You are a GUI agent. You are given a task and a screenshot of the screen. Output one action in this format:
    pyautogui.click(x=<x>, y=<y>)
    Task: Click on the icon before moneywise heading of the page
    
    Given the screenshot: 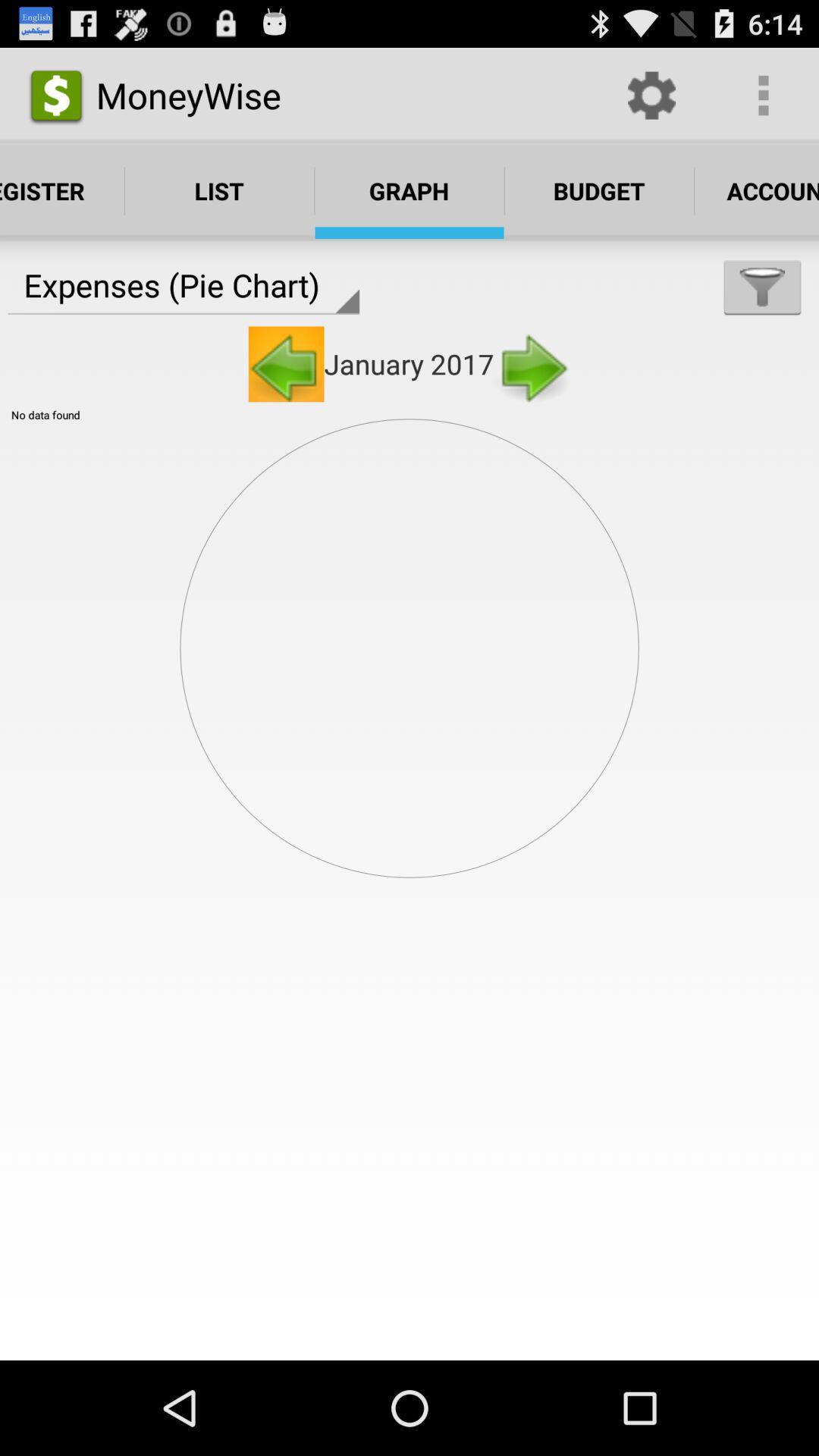 What is the action you would take?
    pyautogui.click(x=55, y=94)
    